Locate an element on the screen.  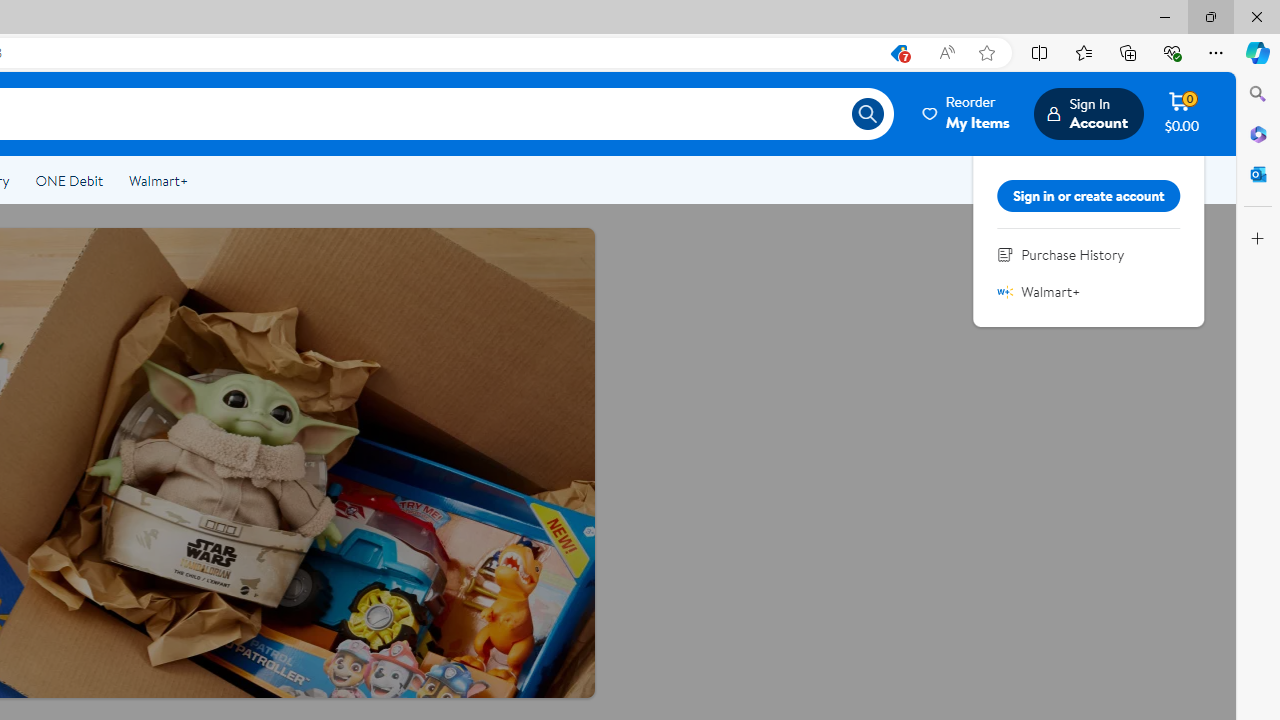
'Search icon' is located at coordinates (867, 114).